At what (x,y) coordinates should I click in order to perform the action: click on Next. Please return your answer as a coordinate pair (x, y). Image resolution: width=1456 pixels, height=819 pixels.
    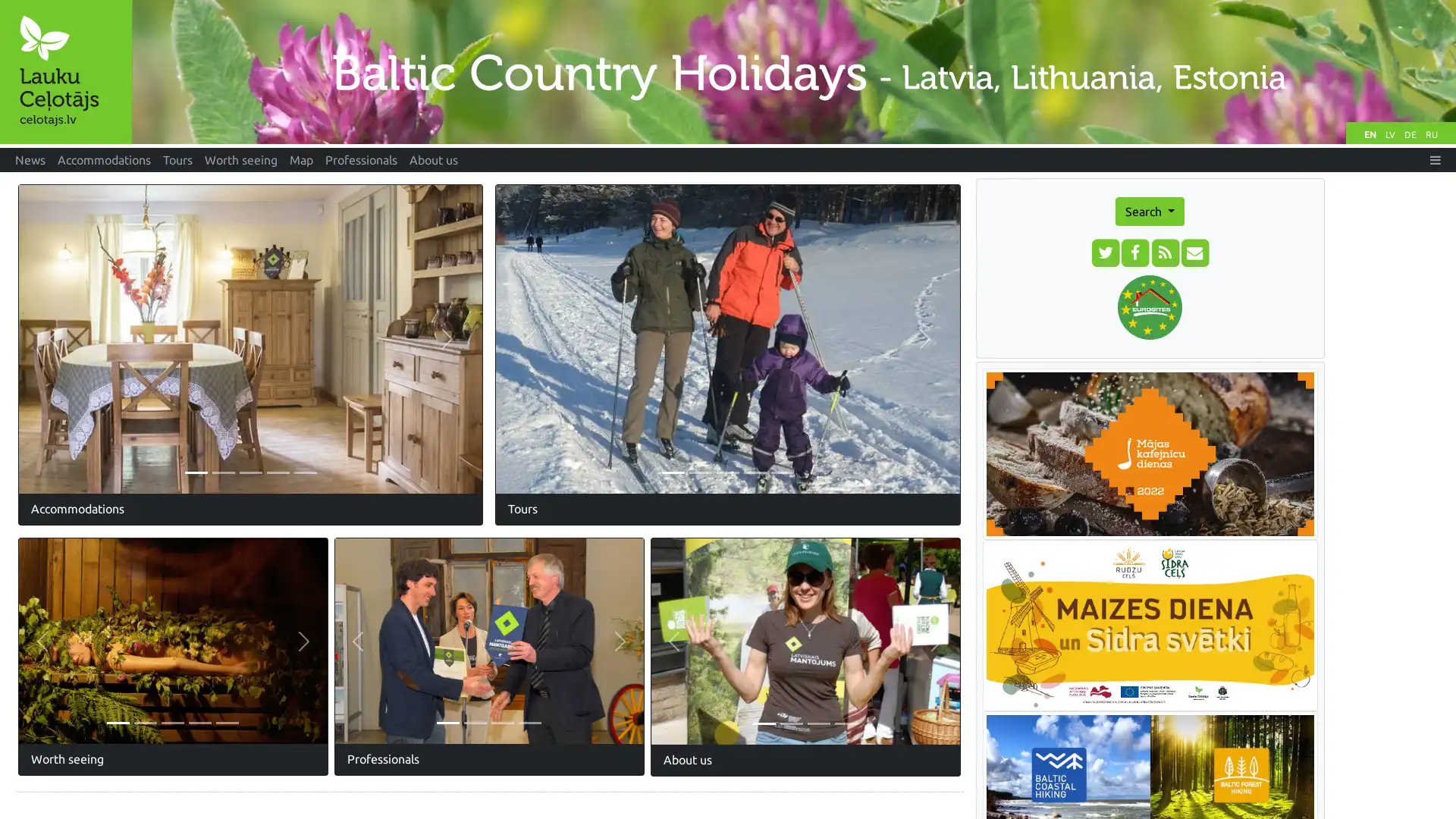
    Looking at the image, I should click on (935, 641).